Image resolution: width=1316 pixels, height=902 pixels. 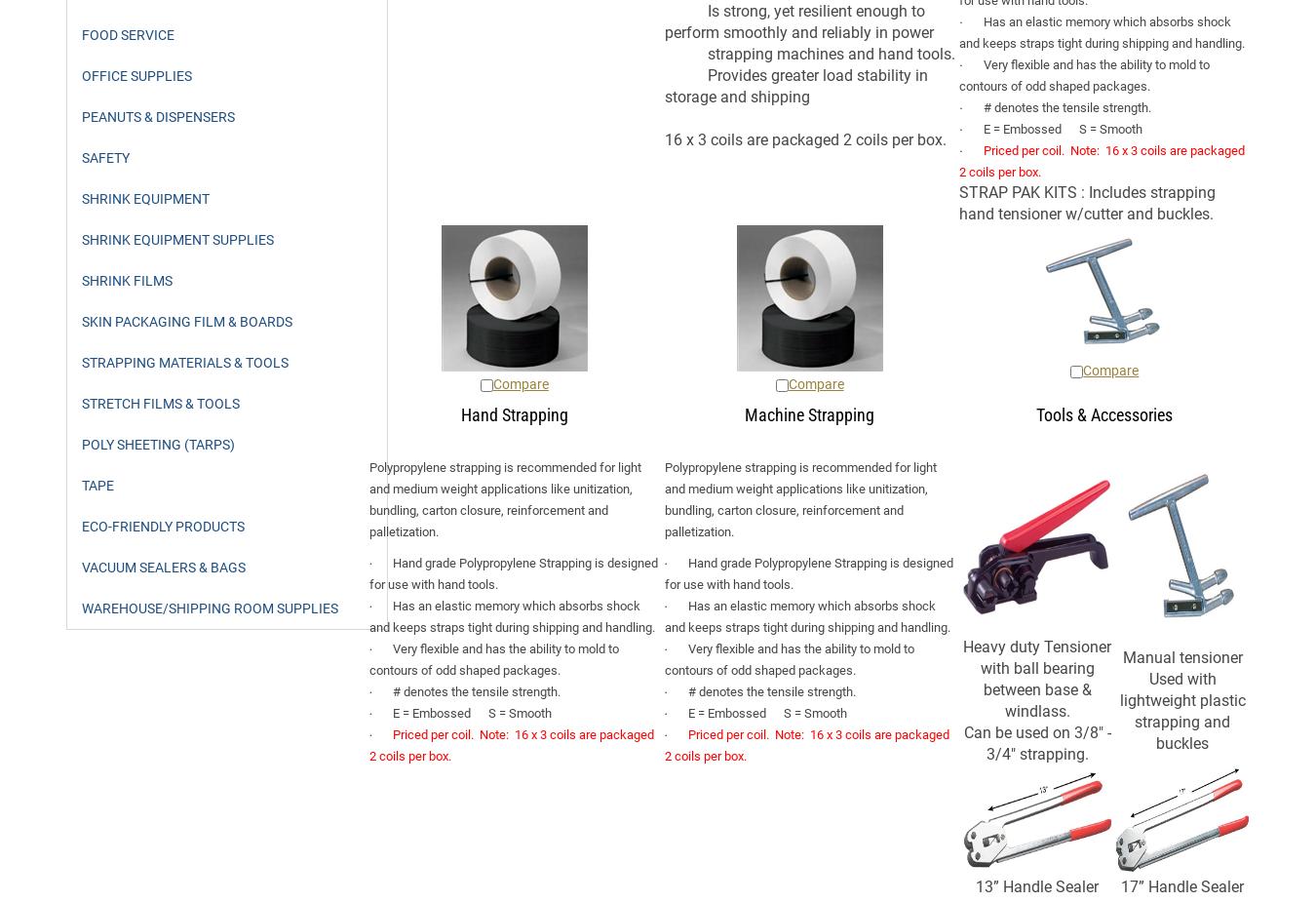 What do you see at coordinates (513, 413) in the screenshot?
I see `'Hand Strapping'` at bounding box center [513, 413].